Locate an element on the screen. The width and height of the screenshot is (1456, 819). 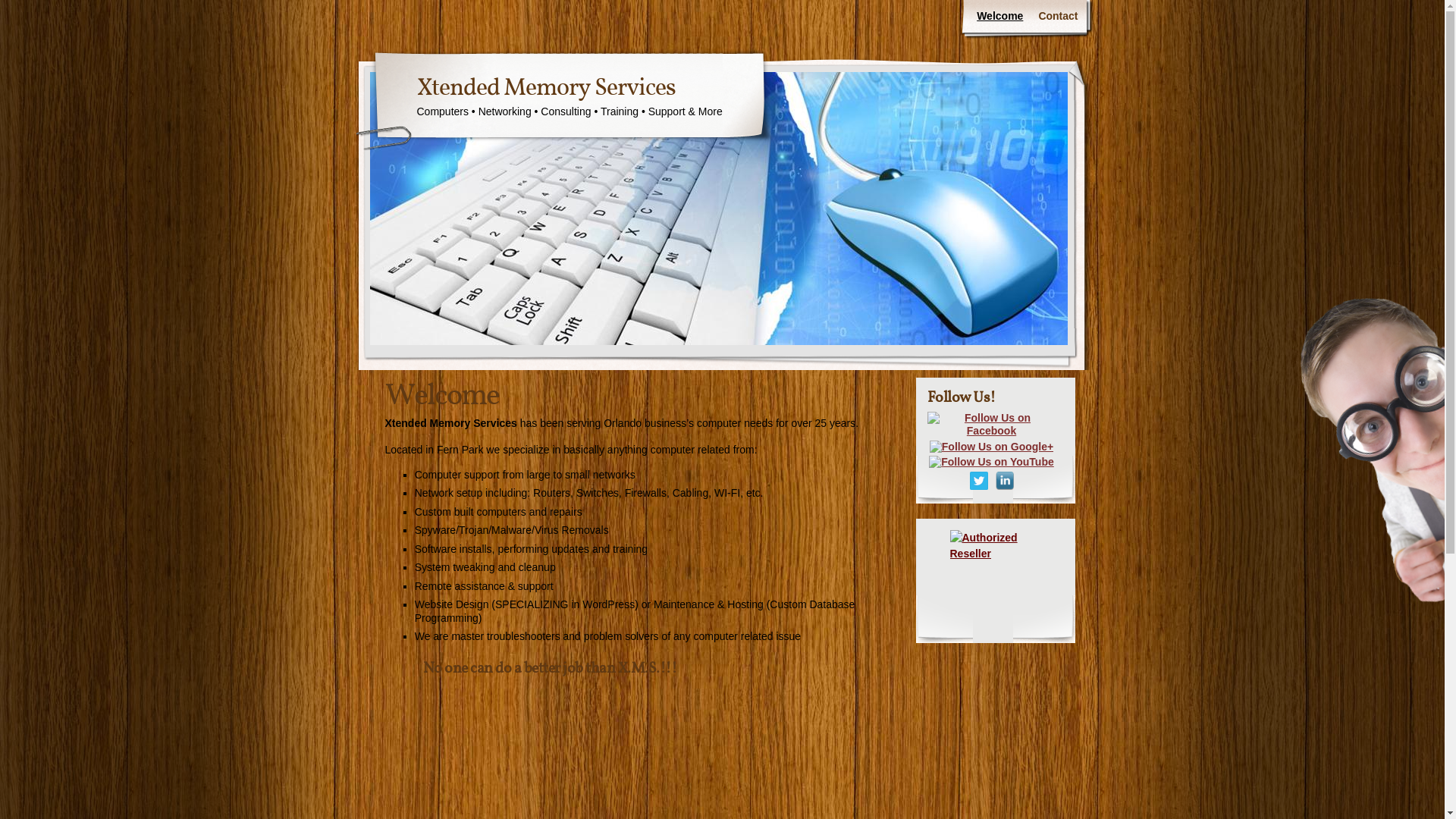
'Contact' is located at coordinates (1057, 17).